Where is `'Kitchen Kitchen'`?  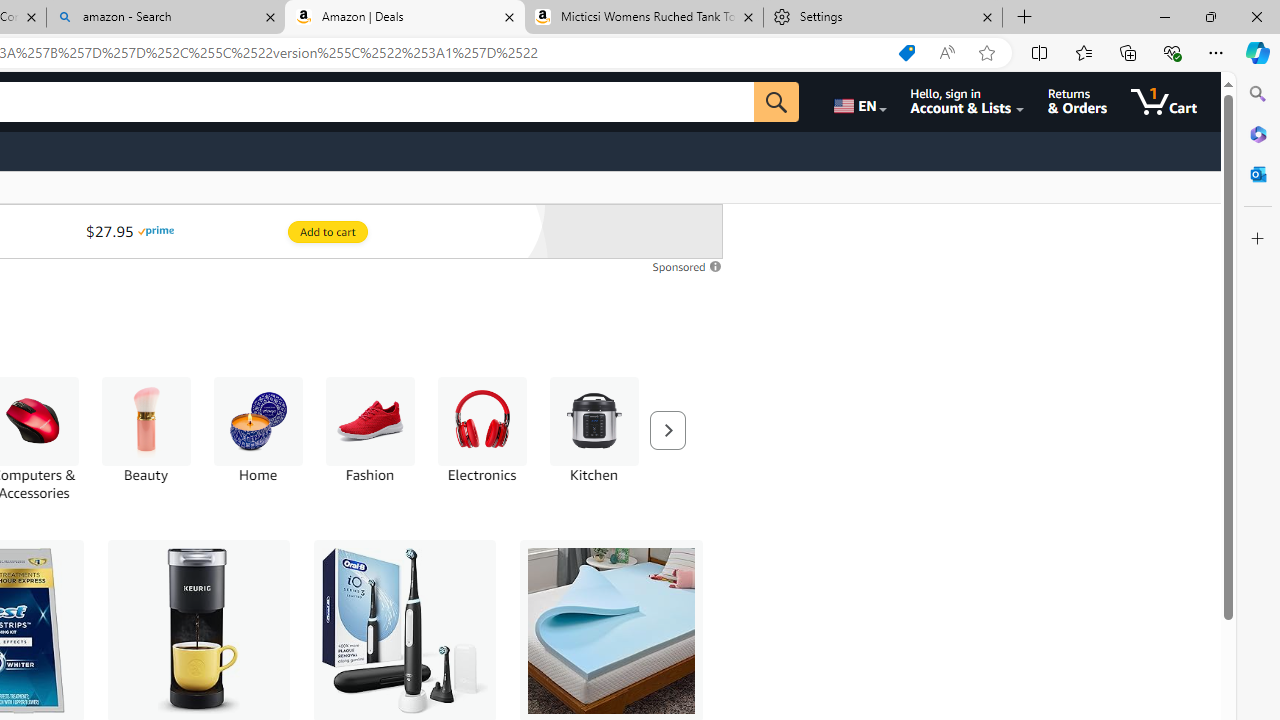 'Kitchen Kitchen' is located at coordinates (592, 429).